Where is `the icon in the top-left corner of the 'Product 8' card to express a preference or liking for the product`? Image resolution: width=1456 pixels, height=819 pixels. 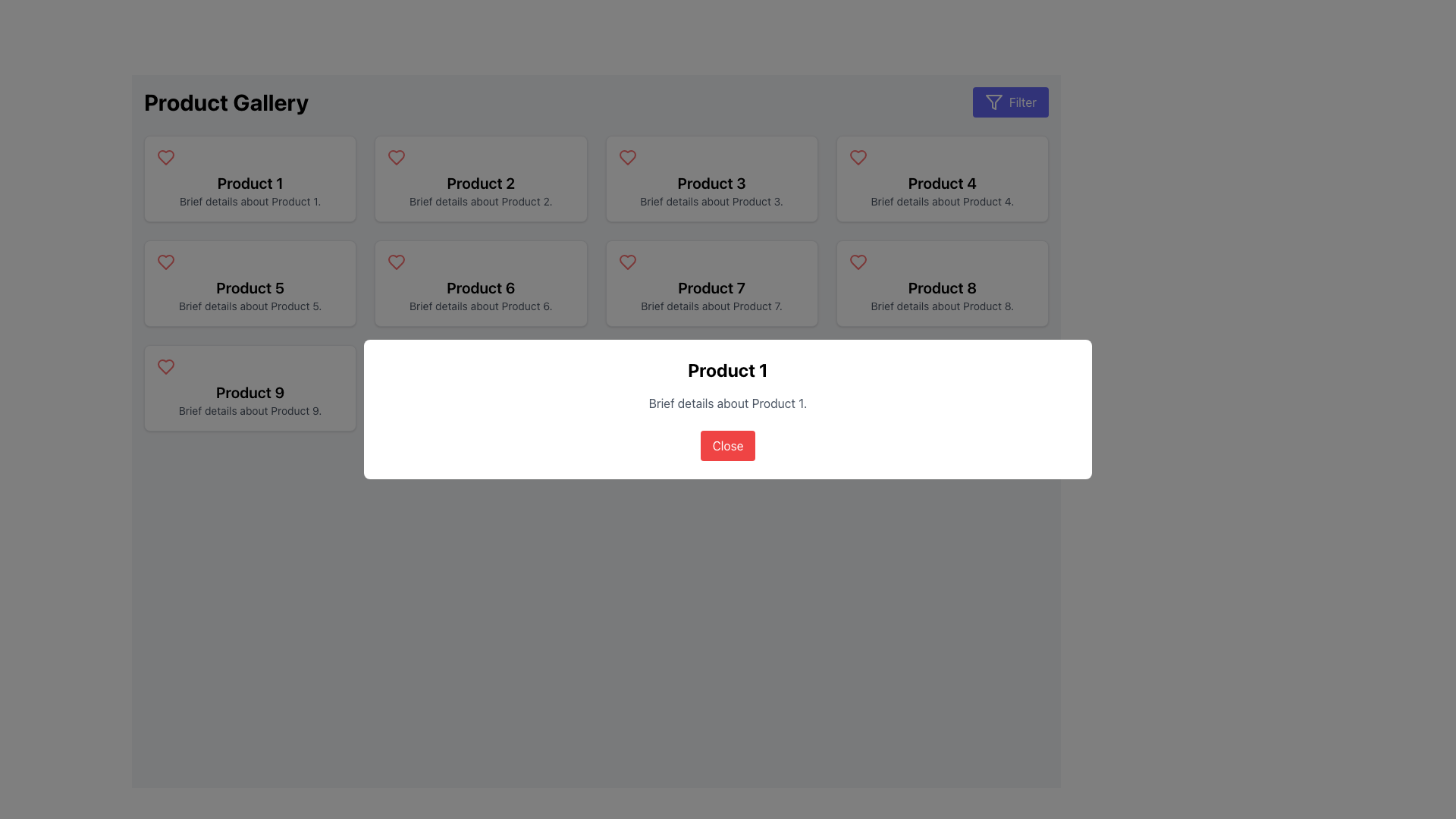 the icon in the top-left corner of the 'Product 8' card to express a preference or liking for the product is located at coordinates (858, 262).